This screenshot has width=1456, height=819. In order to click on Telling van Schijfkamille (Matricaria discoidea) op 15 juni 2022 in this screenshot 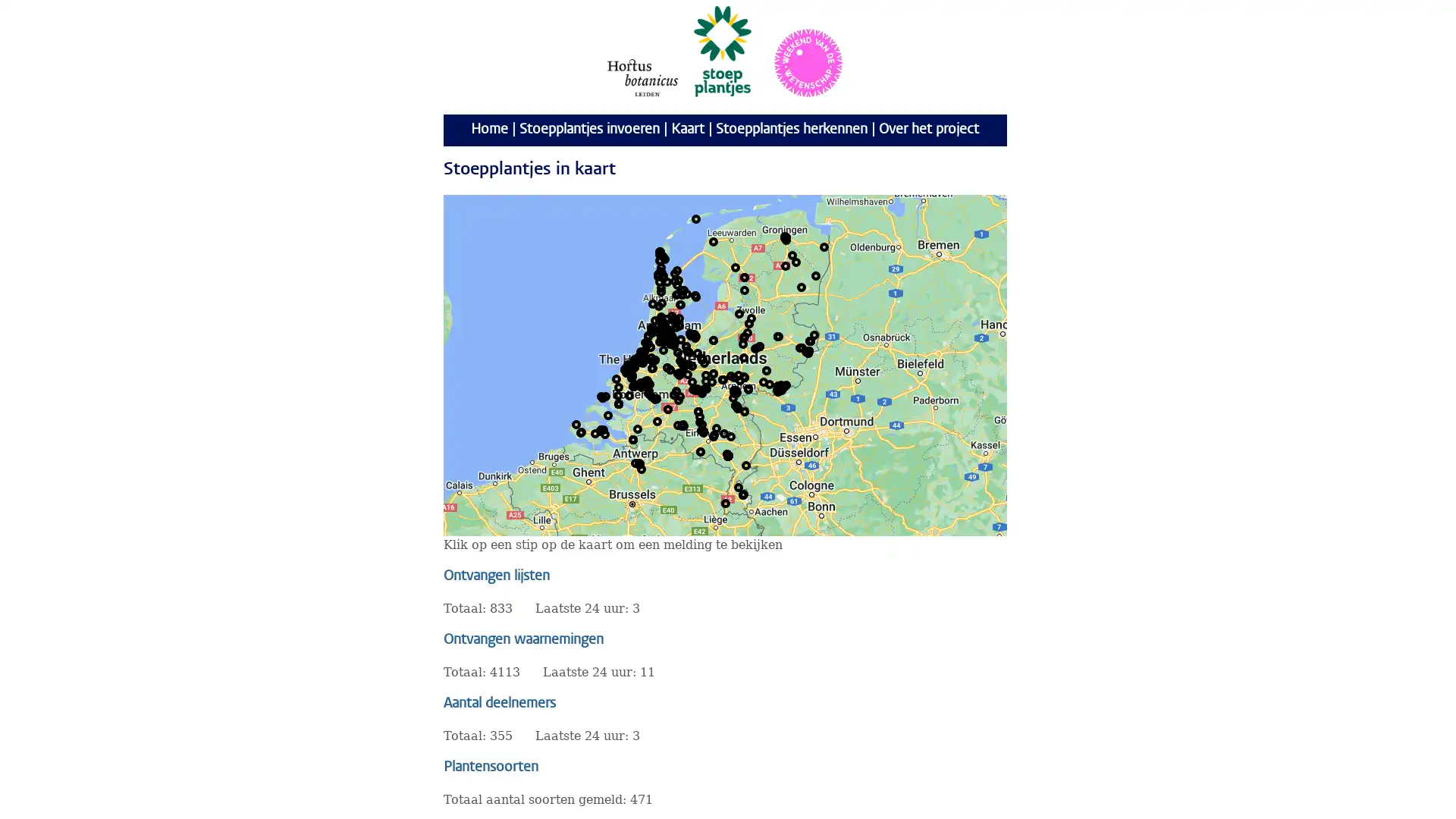, I will do `click(648, 334)`.